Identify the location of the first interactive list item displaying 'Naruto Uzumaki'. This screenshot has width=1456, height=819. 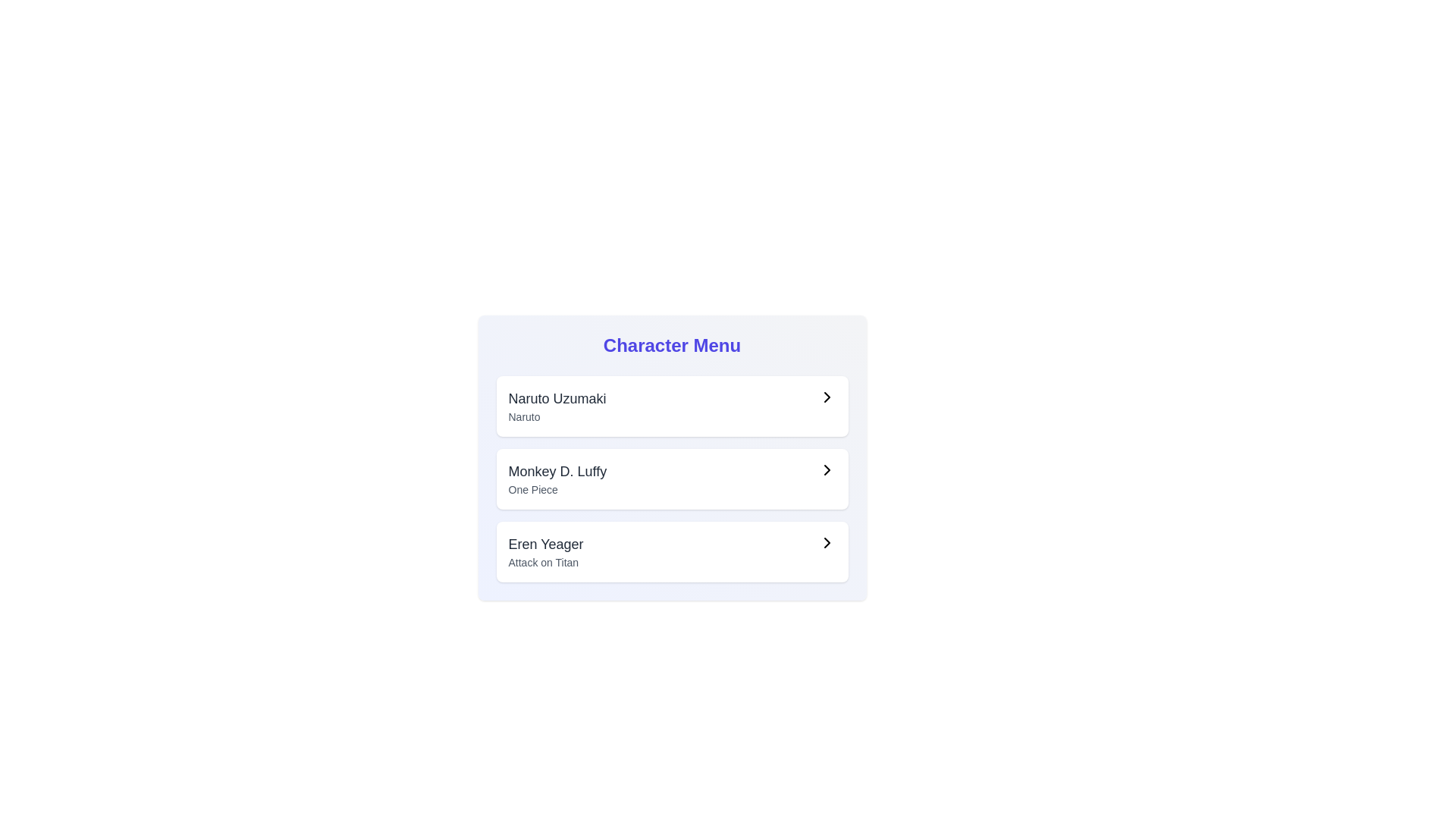
(671, 406).